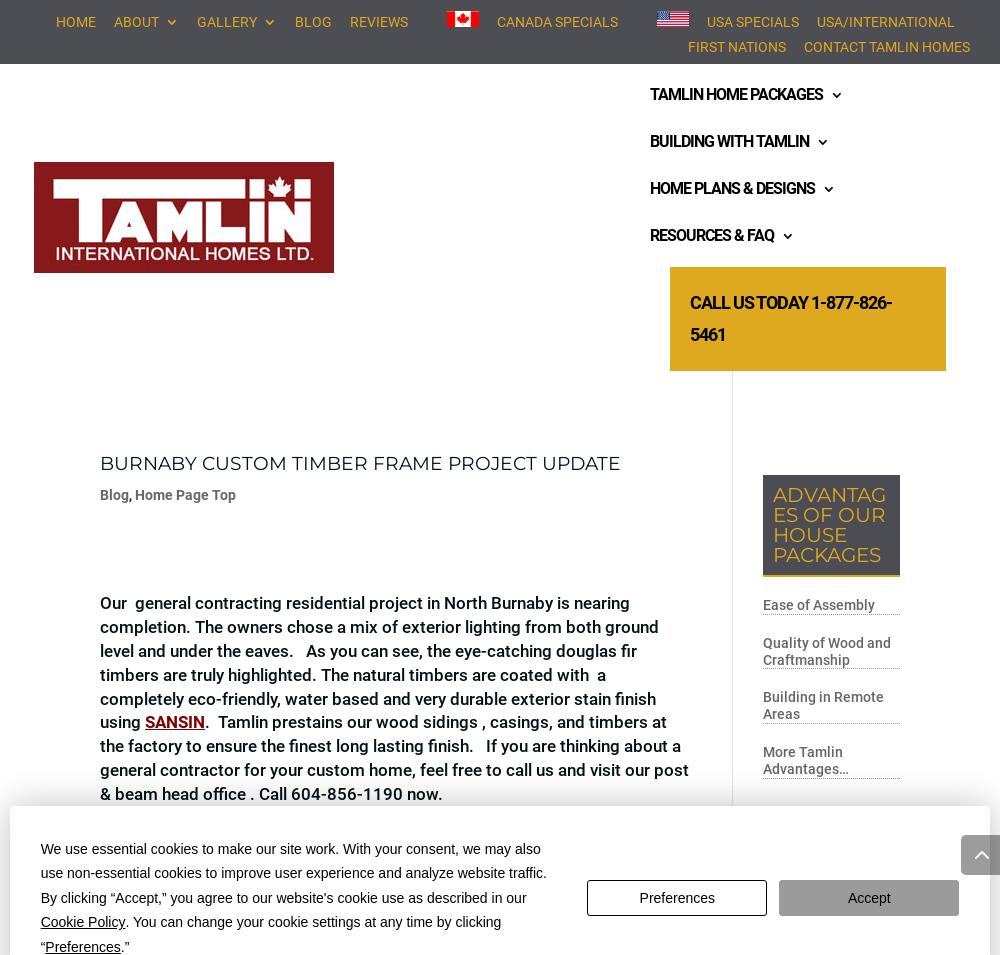  Describe the element at coordinates (349, 20) in the screenshot. I see `'Reviews'` at that location.